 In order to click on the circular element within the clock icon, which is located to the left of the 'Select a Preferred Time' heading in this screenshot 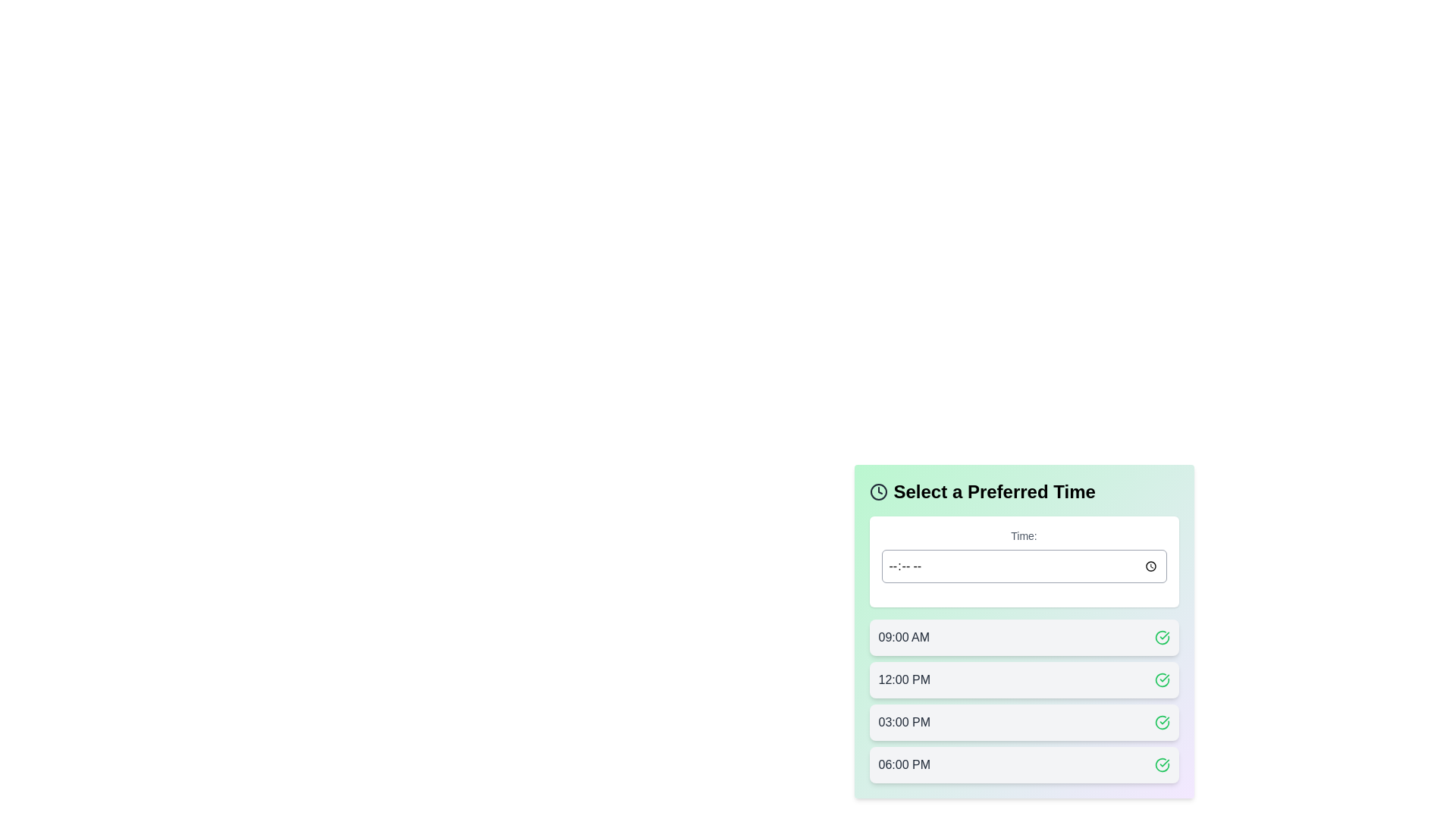, I will do `click(878, 491)`.